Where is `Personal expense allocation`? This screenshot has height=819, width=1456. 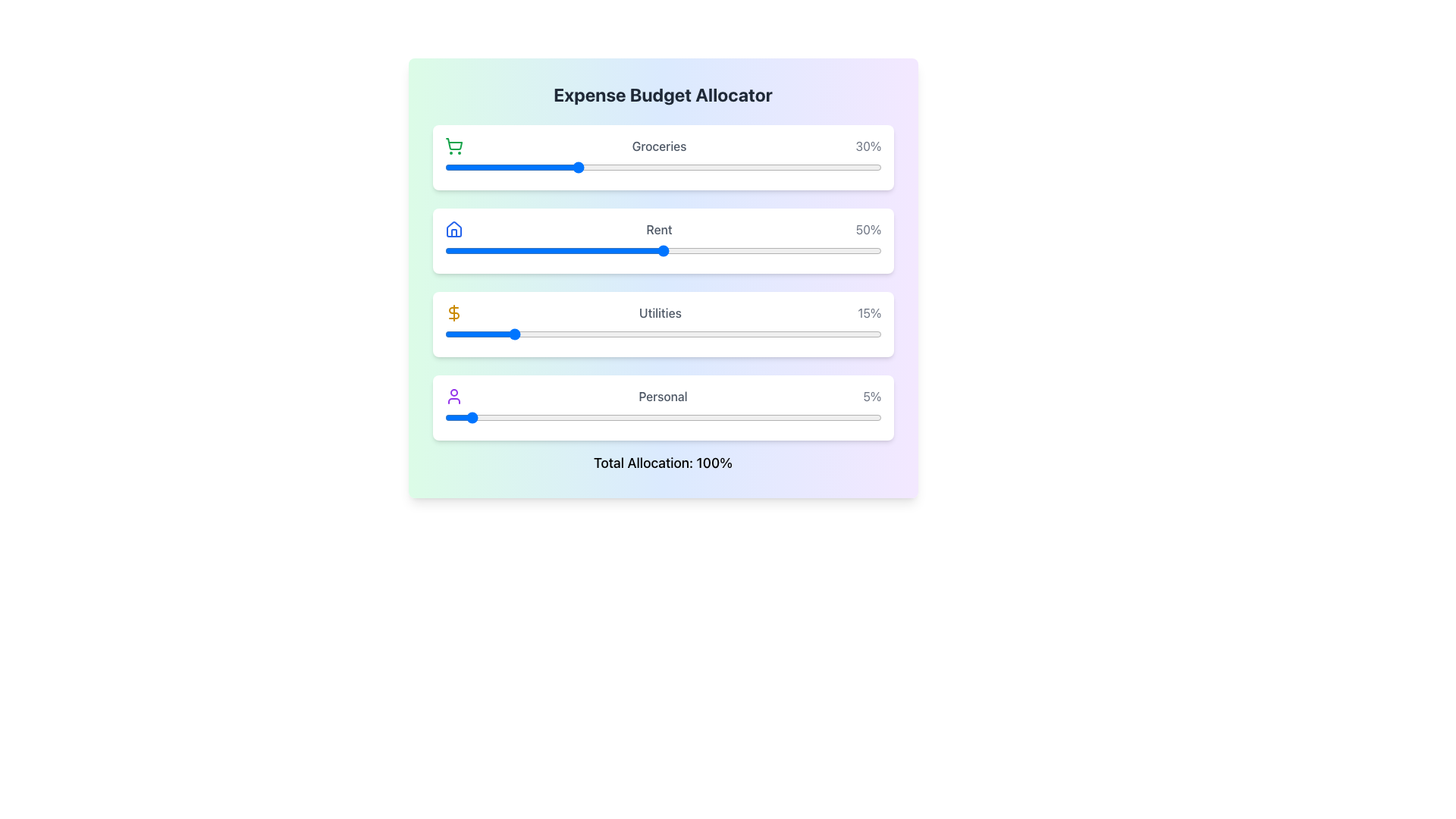 Personal expense allocation is located at coordinates (466, 418).